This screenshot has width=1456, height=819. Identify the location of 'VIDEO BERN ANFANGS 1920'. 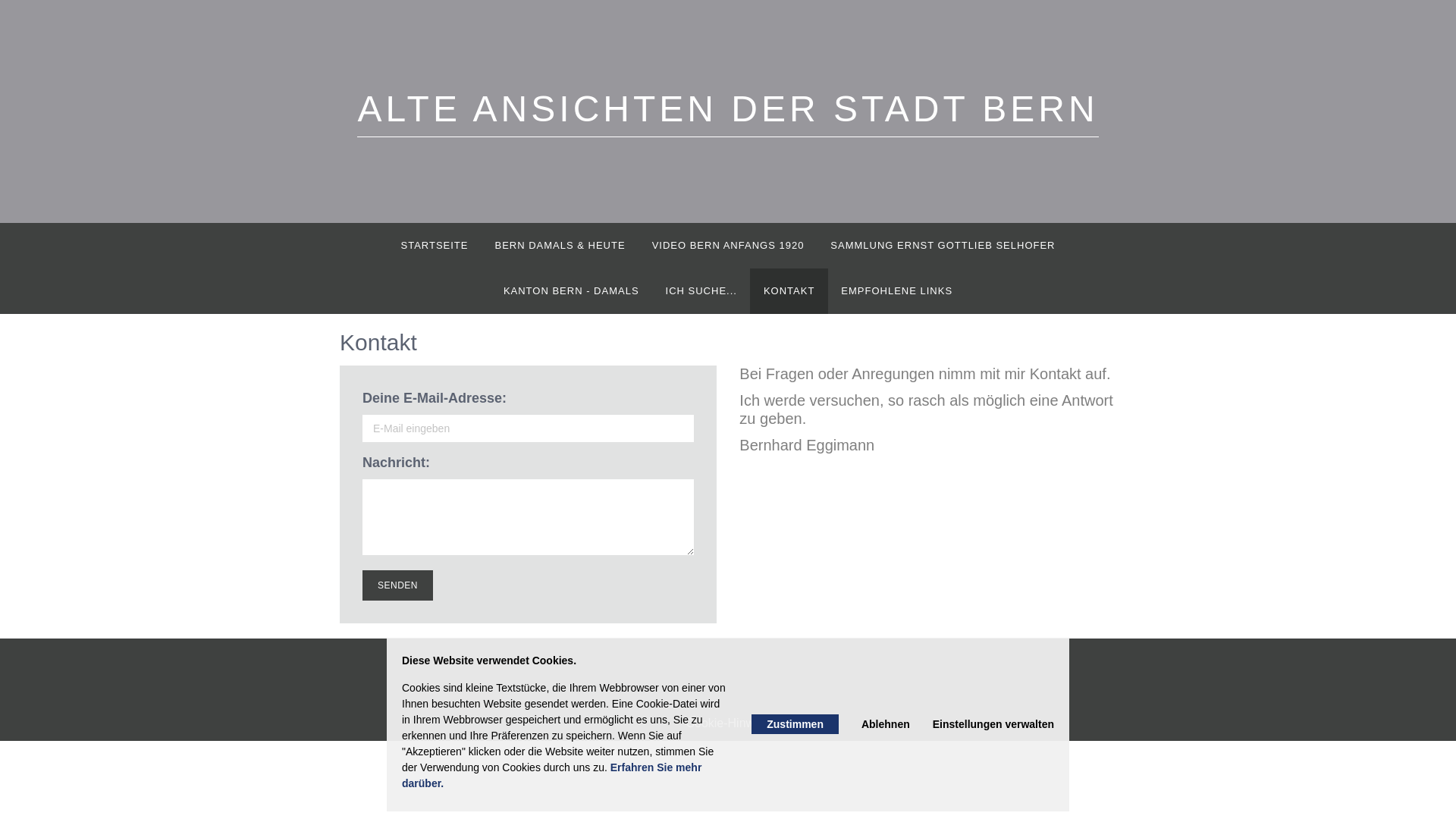
(728, 245).